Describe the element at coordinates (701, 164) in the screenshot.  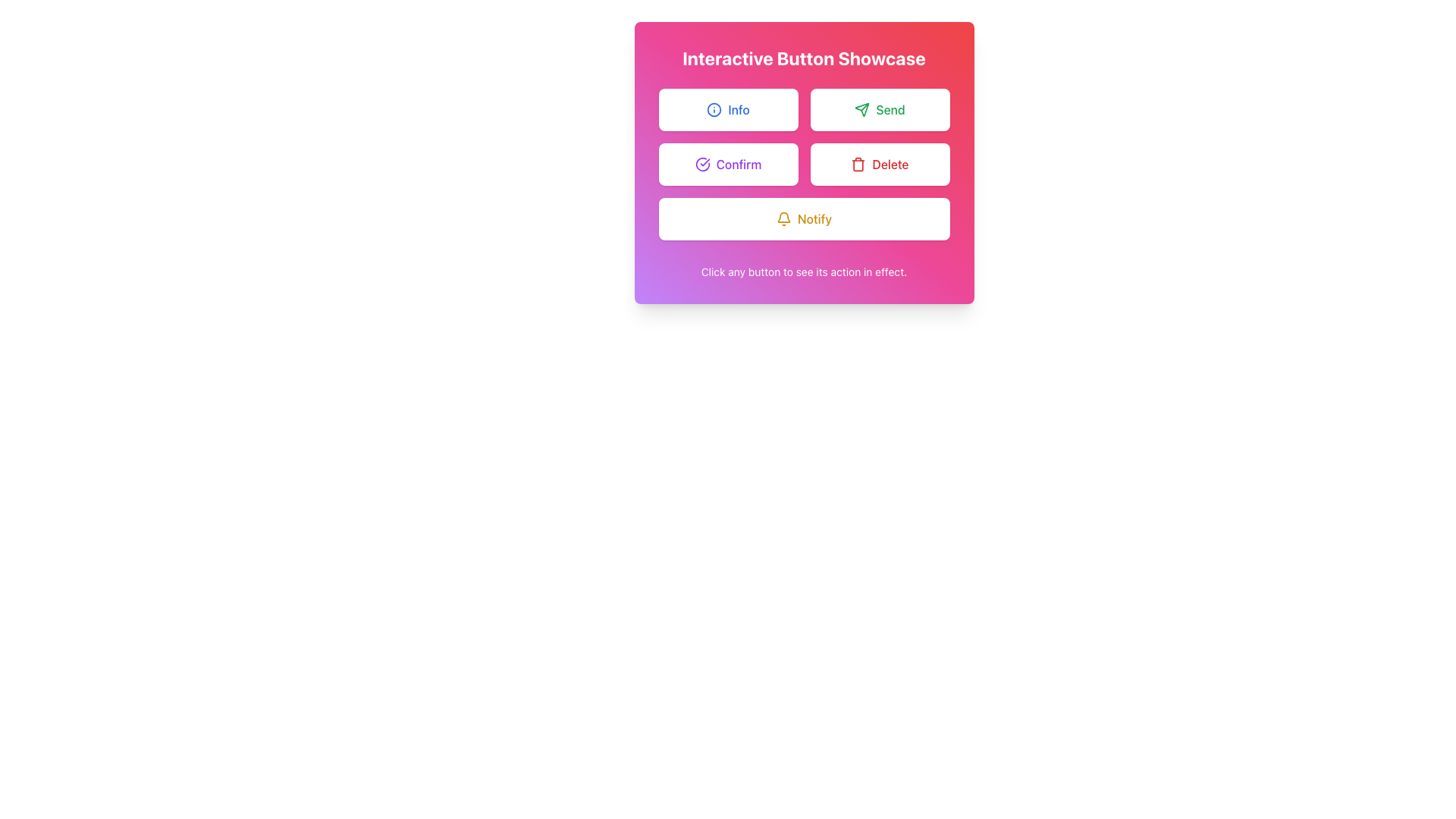
I see `the icon located to the immediate left of the 'Confirm' button in the middle row of the interface, which serves as a visual indicator for the button functionality` at that location.